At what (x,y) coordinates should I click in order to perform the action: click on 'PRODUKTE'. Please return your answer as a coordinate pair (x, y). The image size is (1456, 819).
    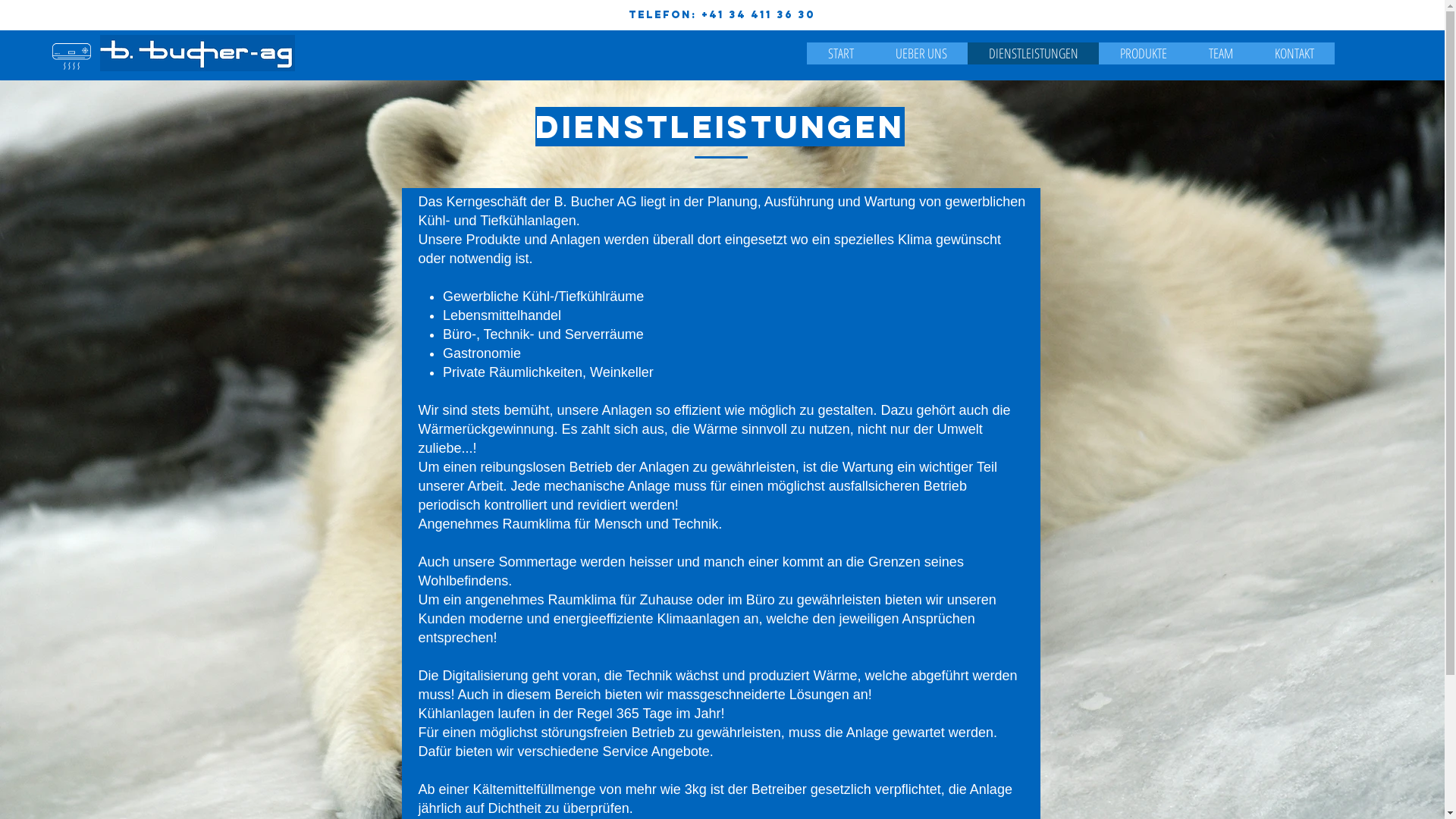
    Looking at the image, I should click on (1143, 52).